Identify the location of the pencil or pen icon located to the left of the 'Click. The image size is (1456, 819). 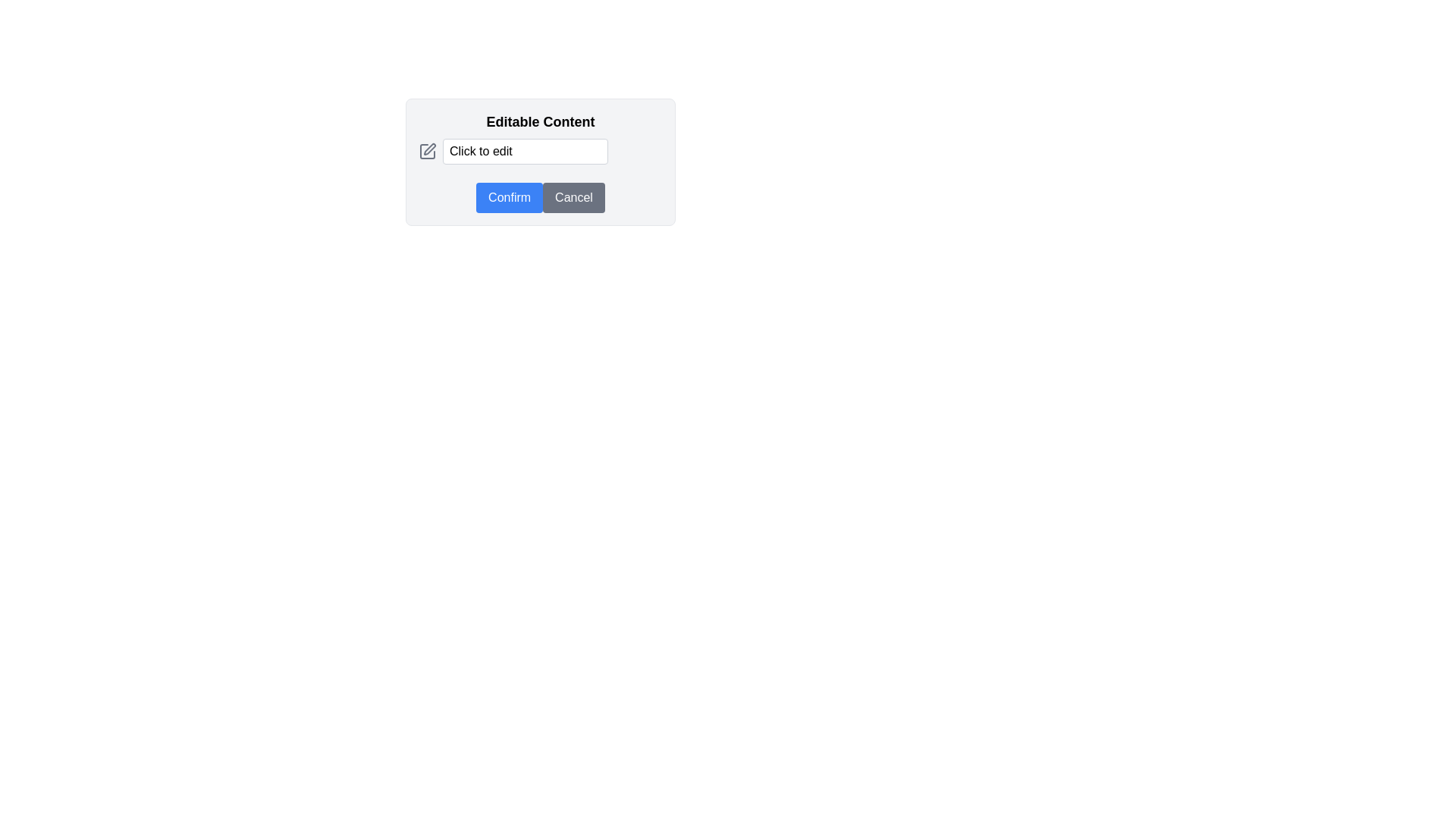
(428, 149).